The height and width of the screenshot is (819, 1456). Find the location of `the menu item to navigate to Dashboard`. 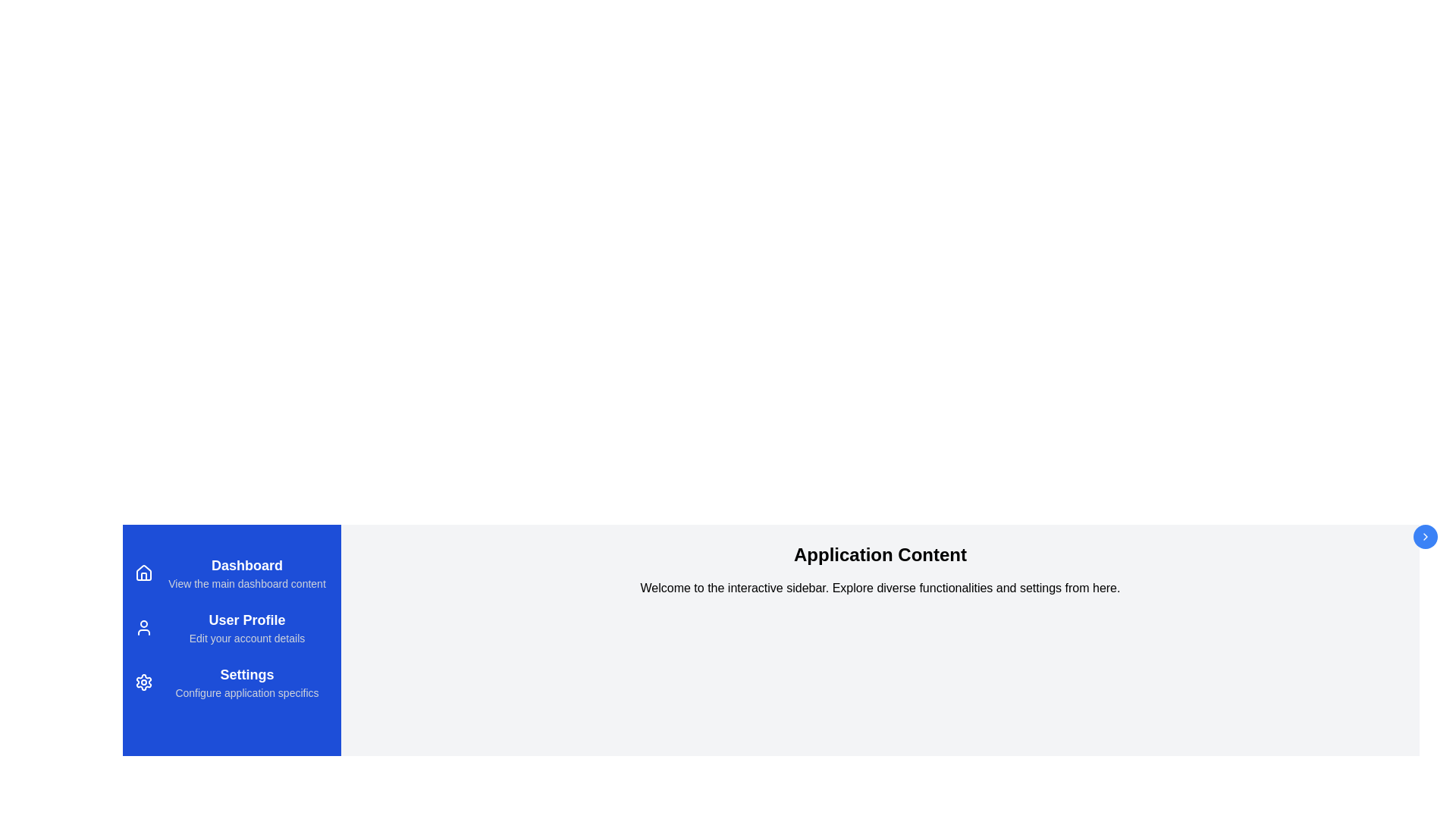

the menu item to navigate to Dashboard is located at coordinates (231, 573).